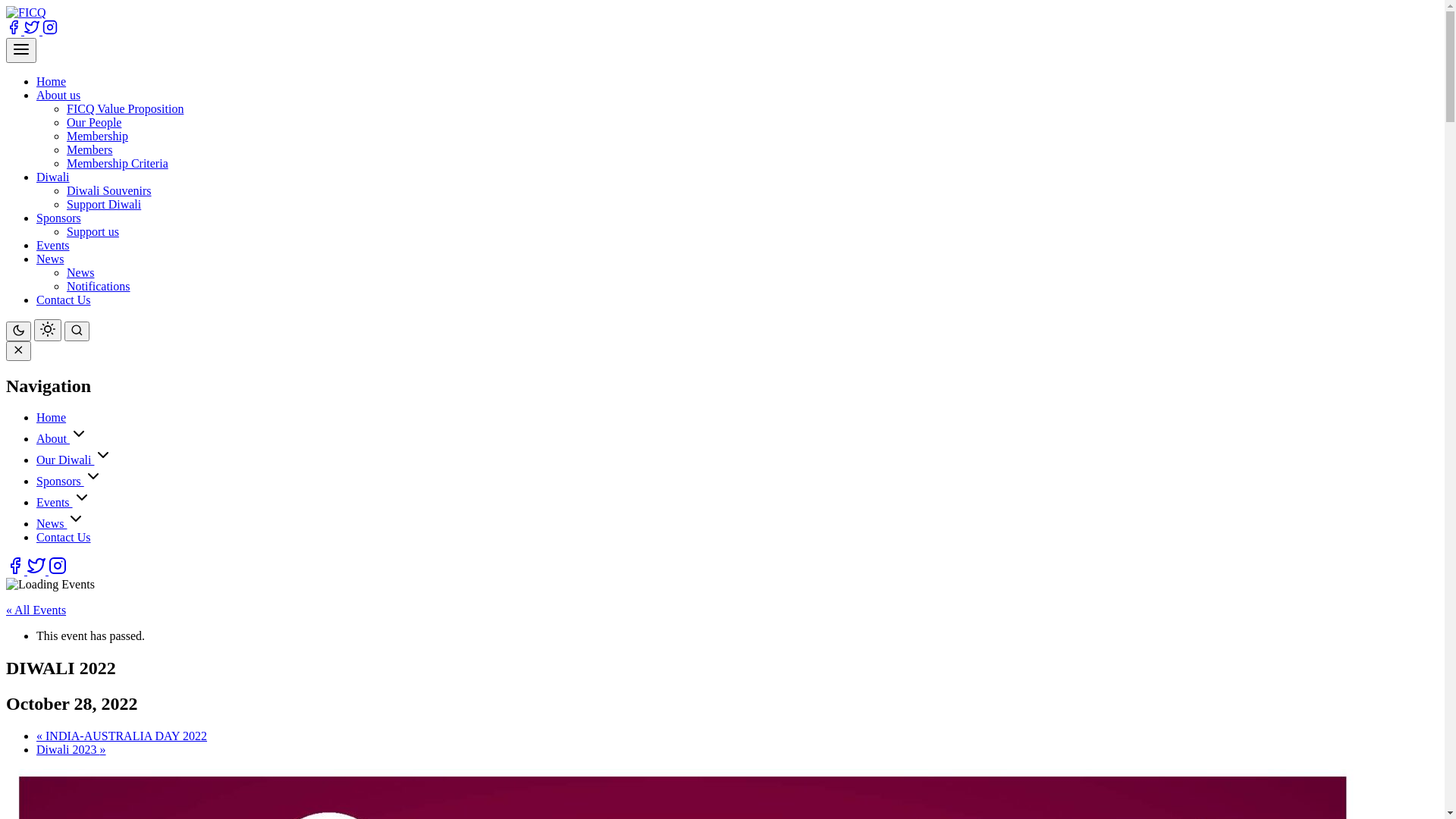 This screenshot has width=1456, height=819. Describe the element at coordinates (96, 135) in the screenshot. I see `'Membership'` at that location.